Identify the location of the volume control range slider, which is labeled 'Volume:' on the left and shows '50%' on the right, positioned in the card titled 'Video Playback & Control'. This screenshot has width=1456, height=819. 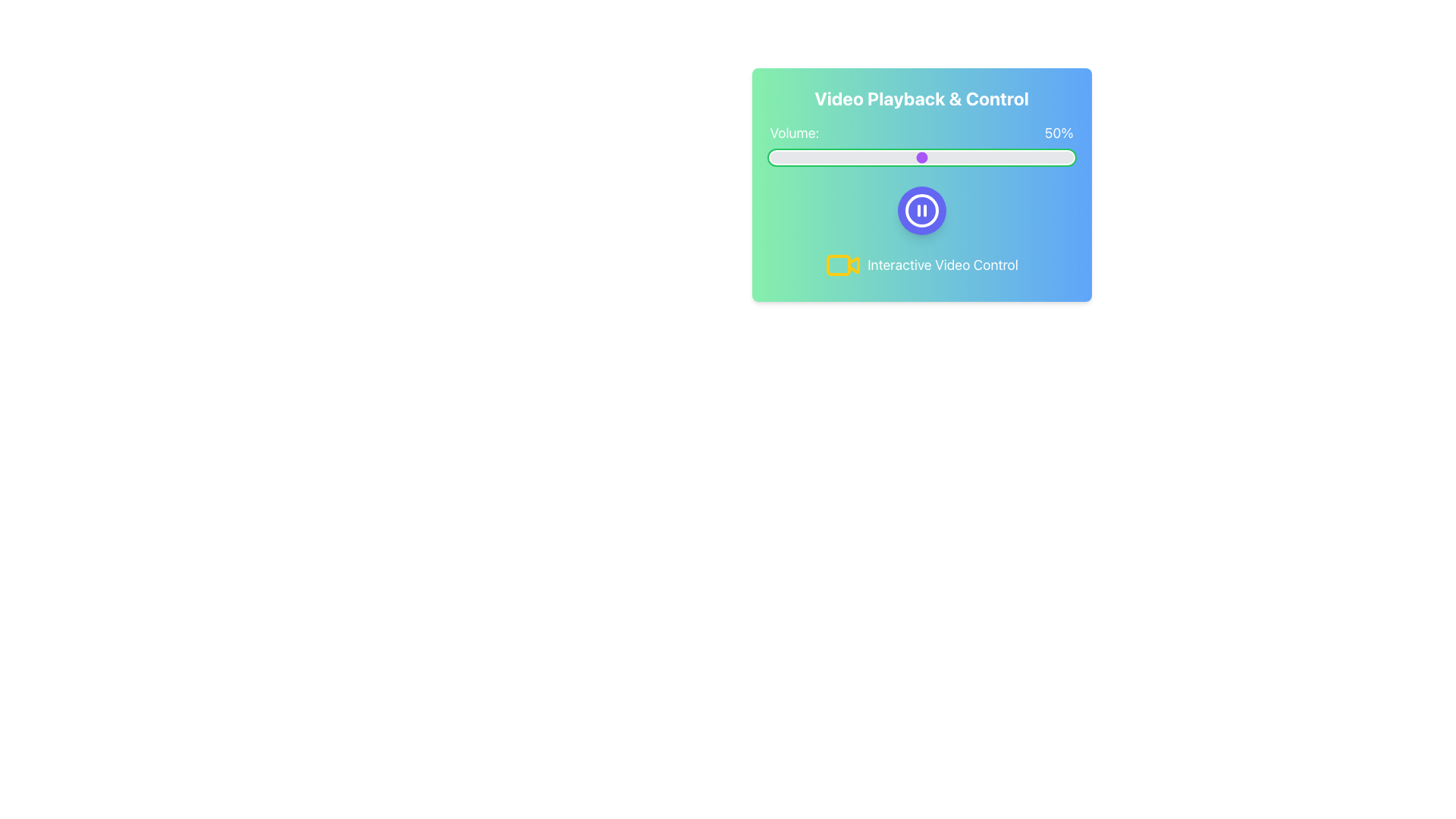
(921, 146).